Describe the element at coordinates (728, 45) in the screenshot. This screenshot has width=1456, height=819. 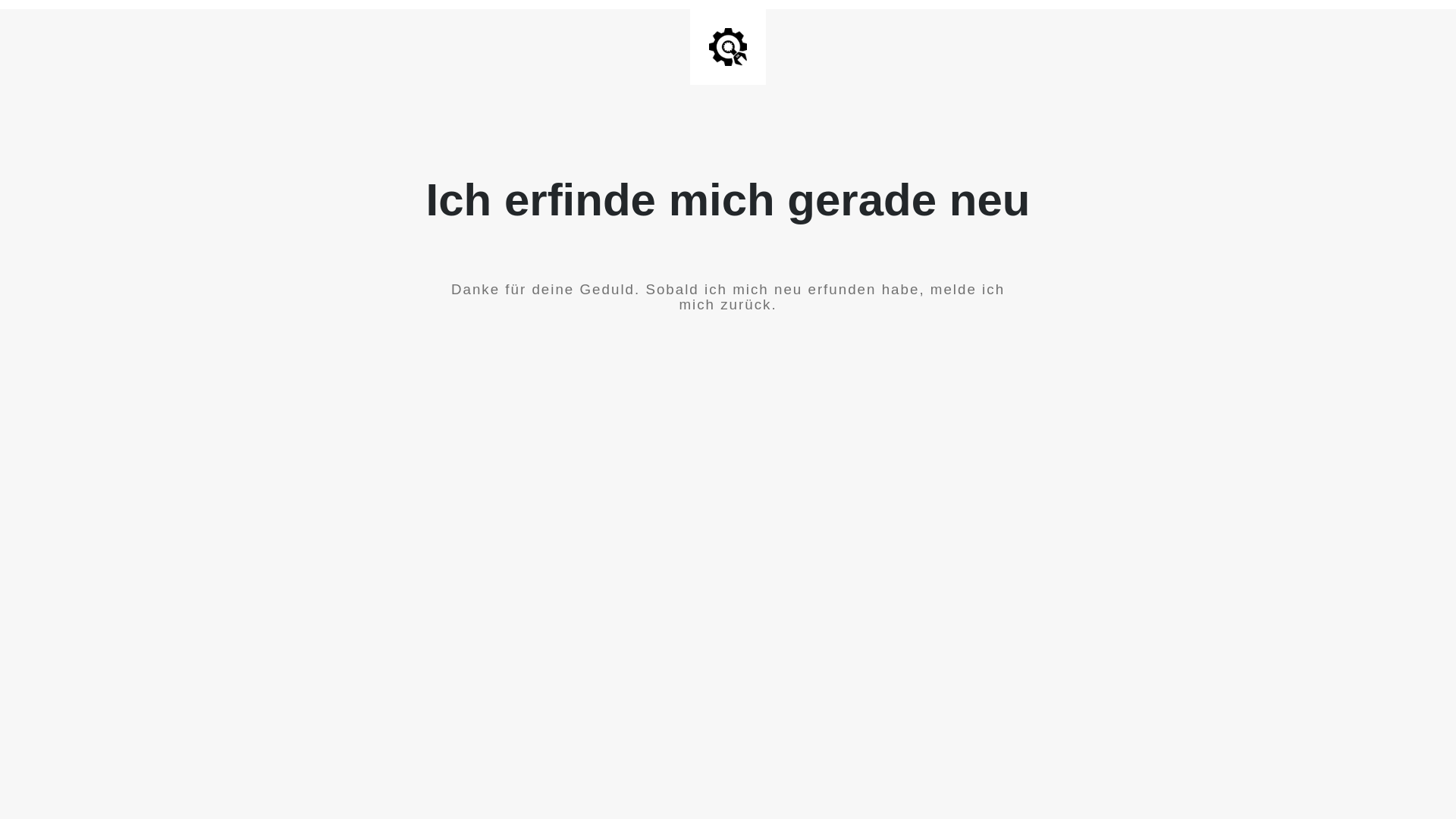
I see `'Site is Under Construction'` at that location.